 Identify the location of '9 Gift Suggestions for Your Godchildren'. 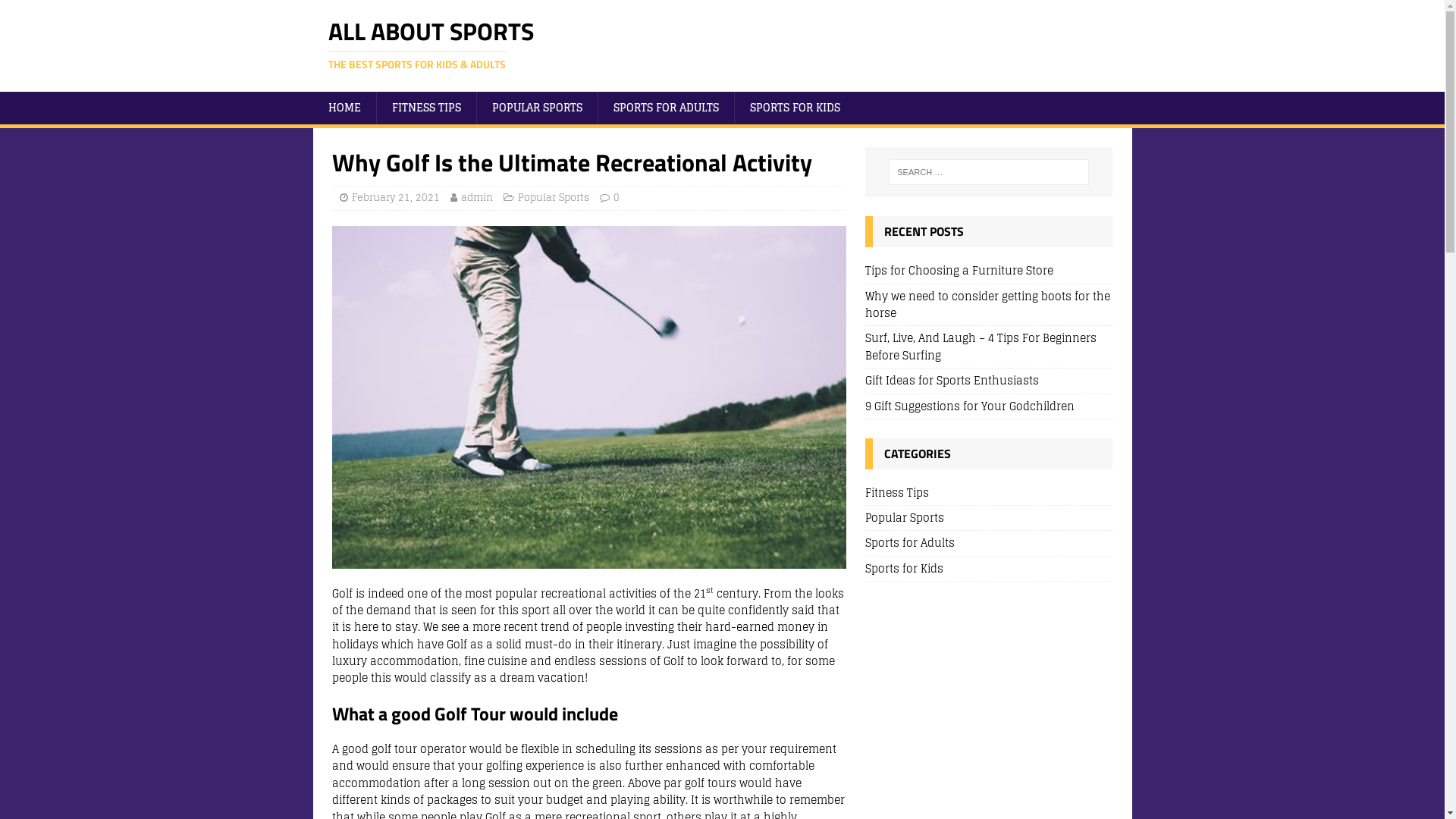
(968, 405).